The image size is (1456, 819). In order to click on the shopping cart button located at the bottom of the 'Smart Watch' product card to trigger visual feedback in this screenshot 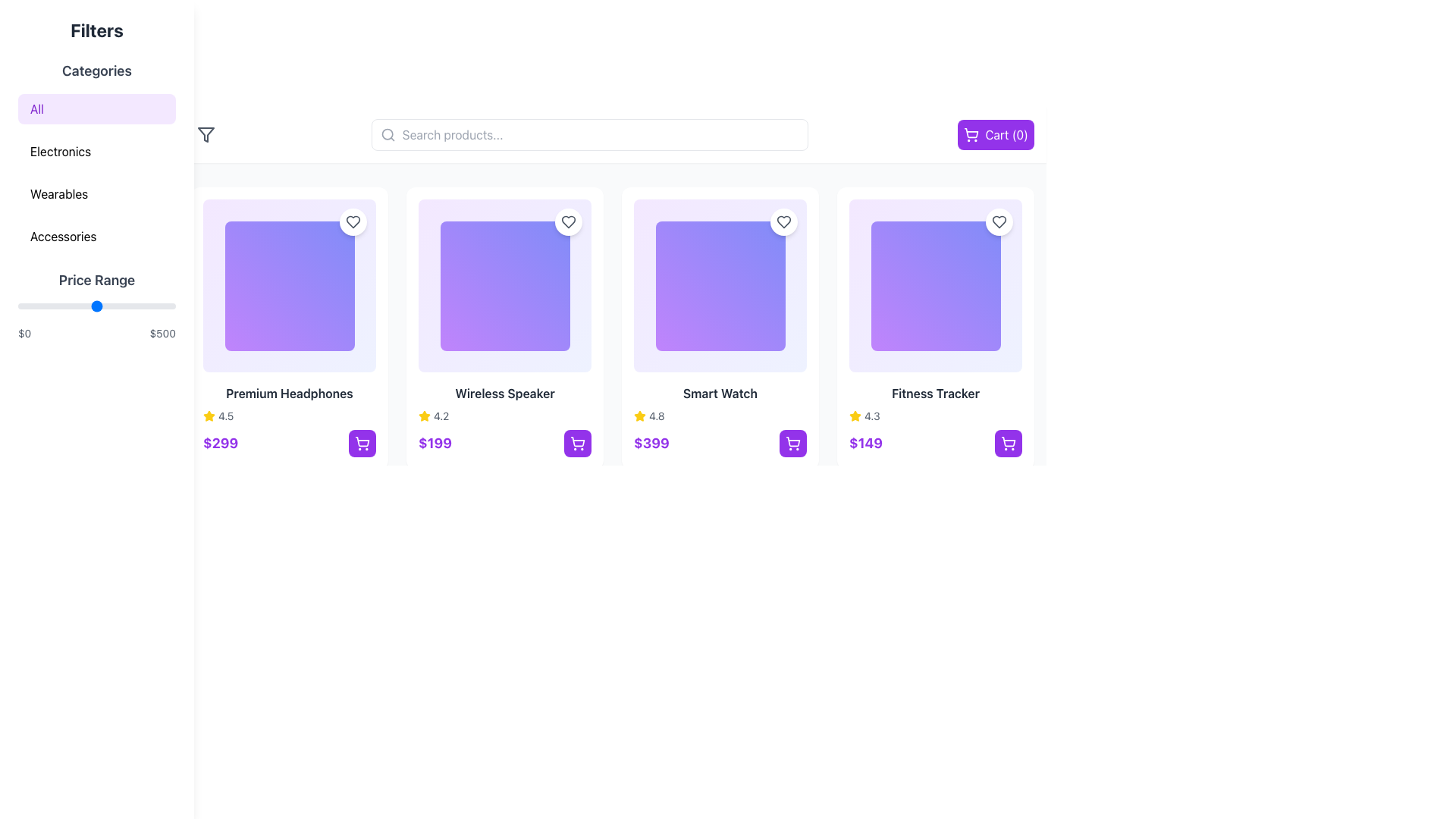, I will do `click(720, 444)`.